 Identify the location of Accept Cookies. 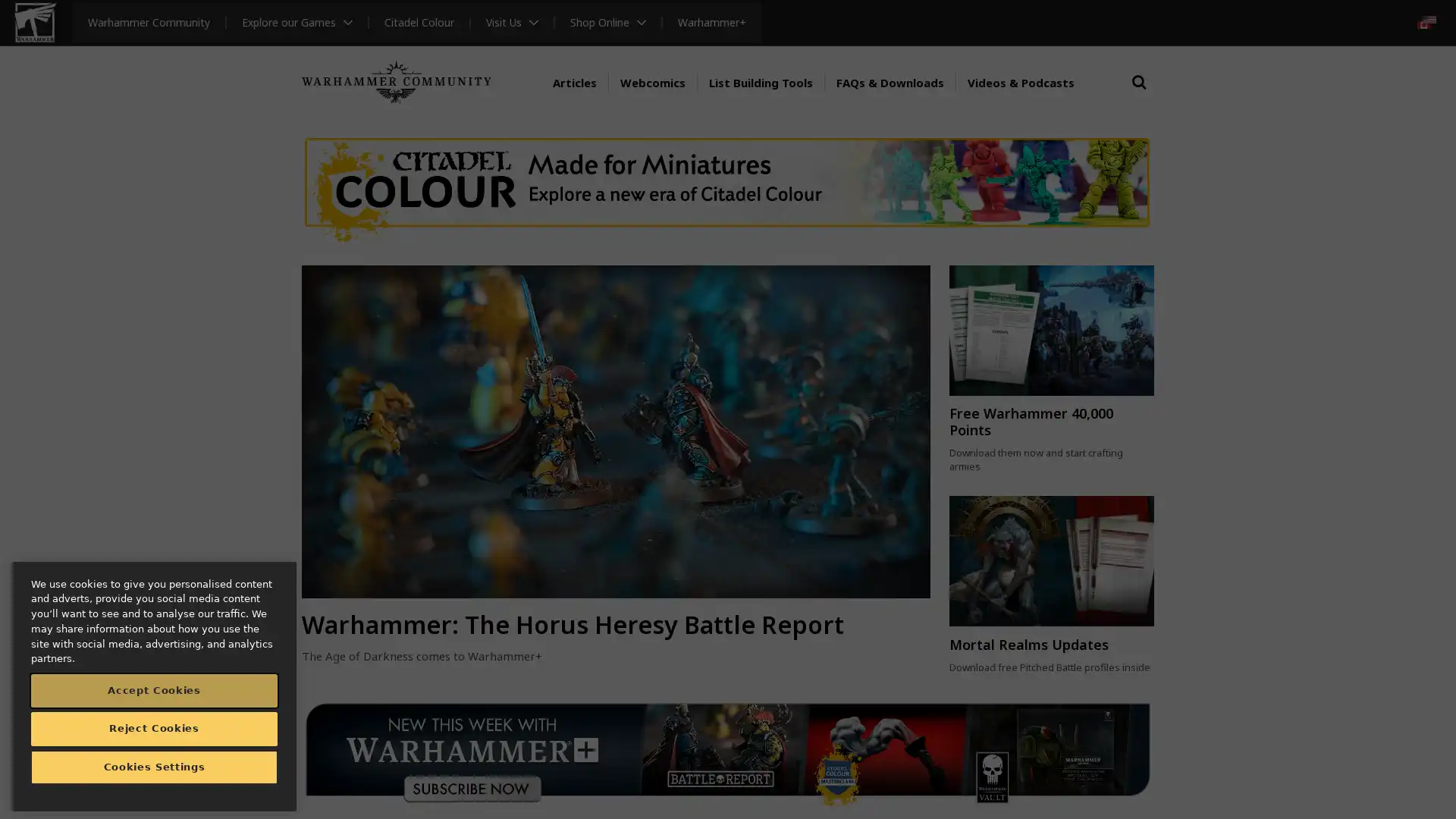
(154, 690).